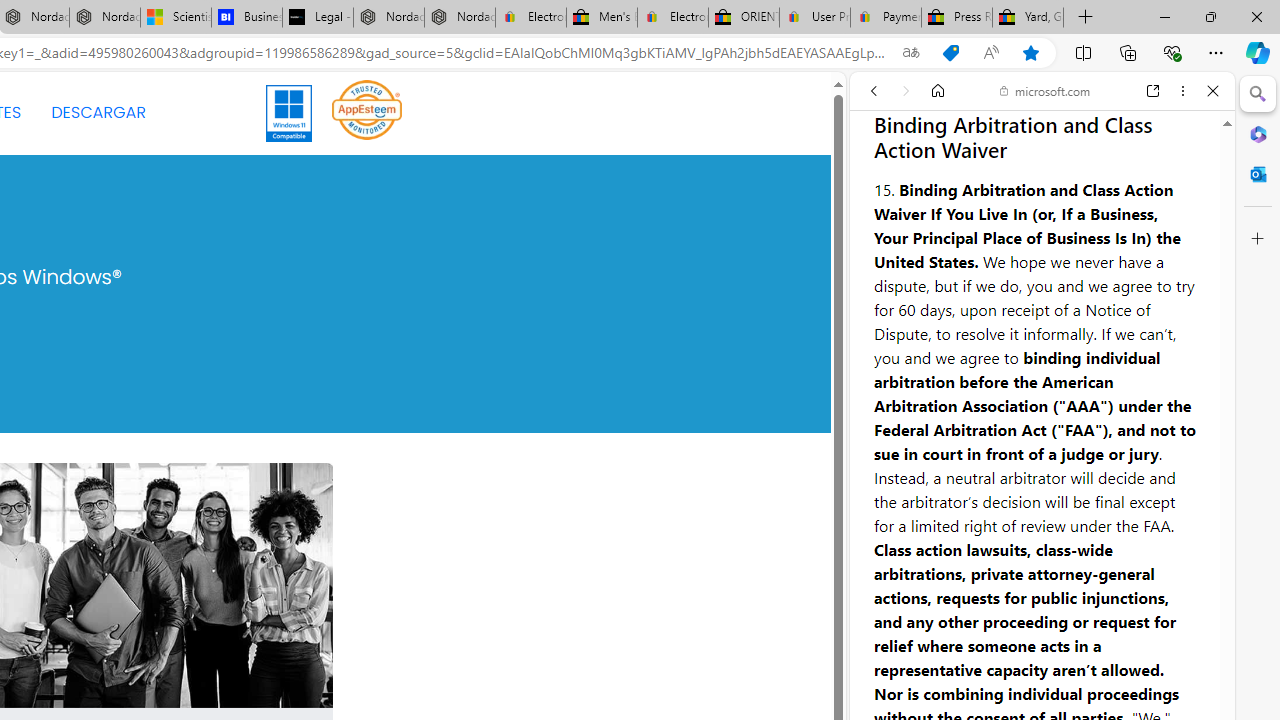 This screenshot has height=720, width=1280. Describe the element at coordinates (1051, 137) in the screenshot. I see `'Search the web'` at that location.